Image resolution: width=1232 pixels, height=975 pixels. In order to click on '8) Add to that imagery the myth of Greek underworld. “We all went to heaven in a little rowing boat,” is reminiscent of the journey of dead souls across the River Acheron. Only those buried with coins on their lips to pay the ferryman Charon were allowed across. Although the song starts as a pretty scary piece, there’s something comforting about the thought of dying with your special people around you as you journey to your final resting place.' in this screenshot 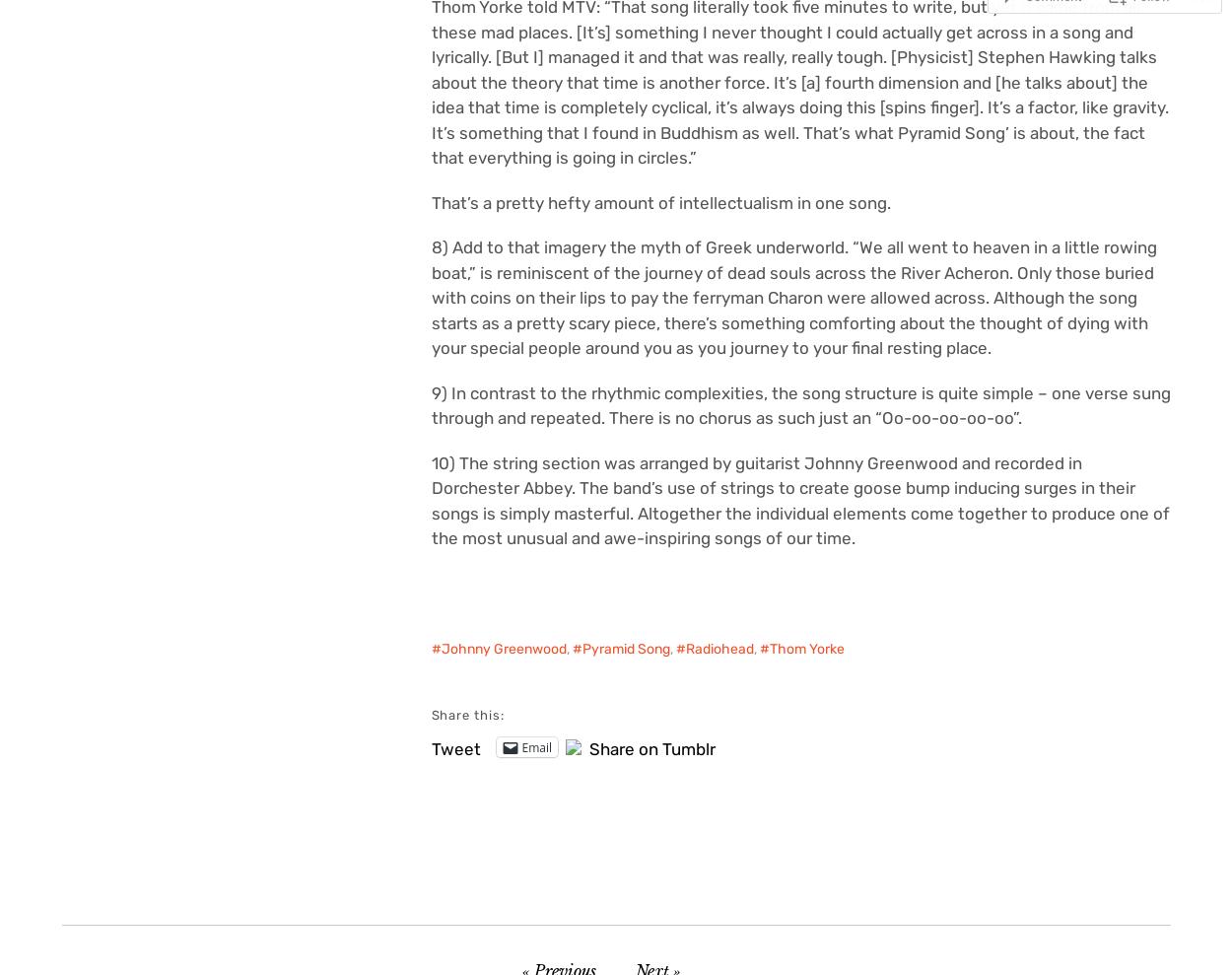, I will do `click(793, 298)`.